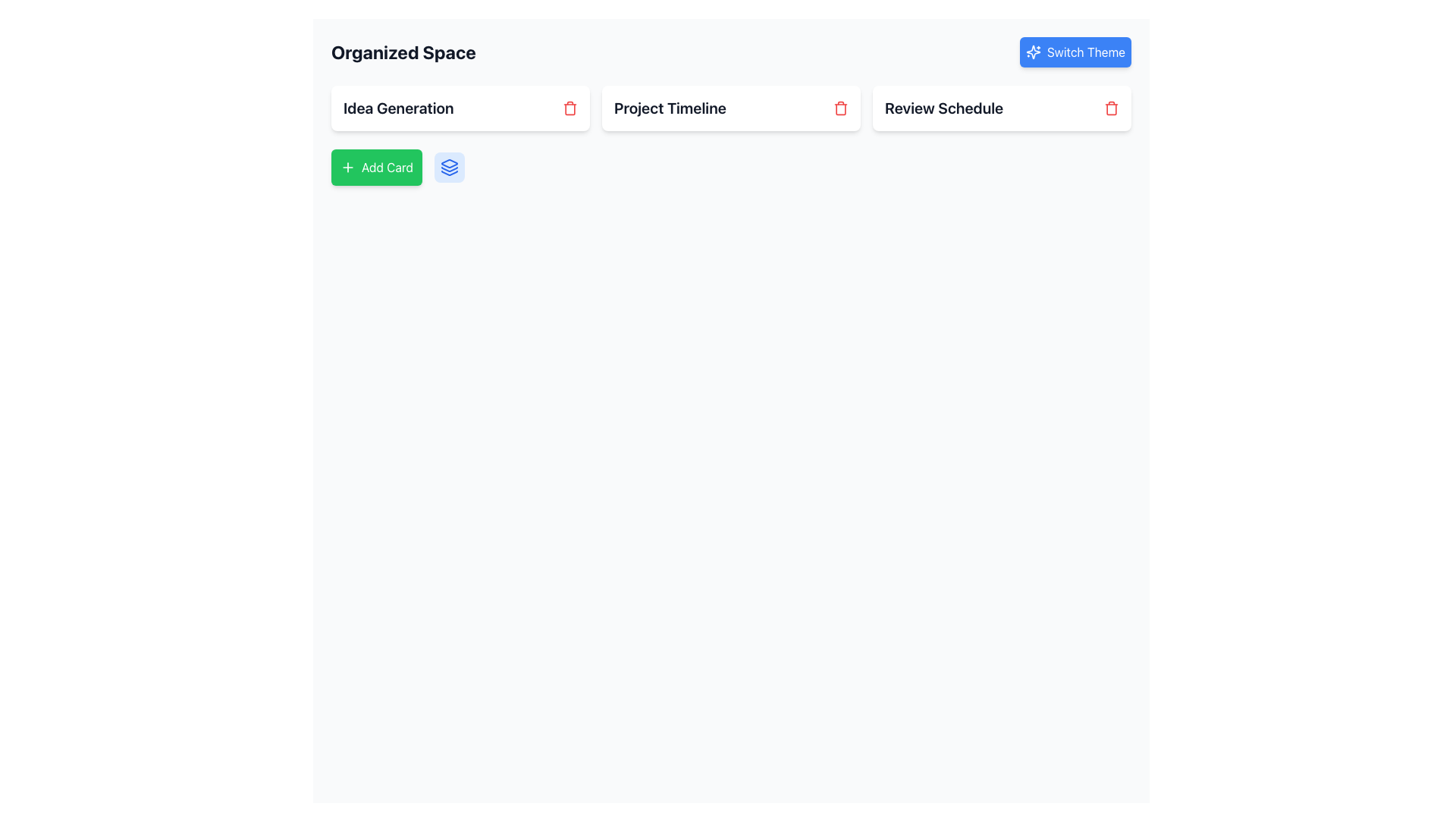  What do you see at coordinates (1032, 52) in the screenshot?
I see `the sparkles-shaped icon with a blue background located on the left side of the 'Switch Theme' button` at bounding box center [1032, 52].